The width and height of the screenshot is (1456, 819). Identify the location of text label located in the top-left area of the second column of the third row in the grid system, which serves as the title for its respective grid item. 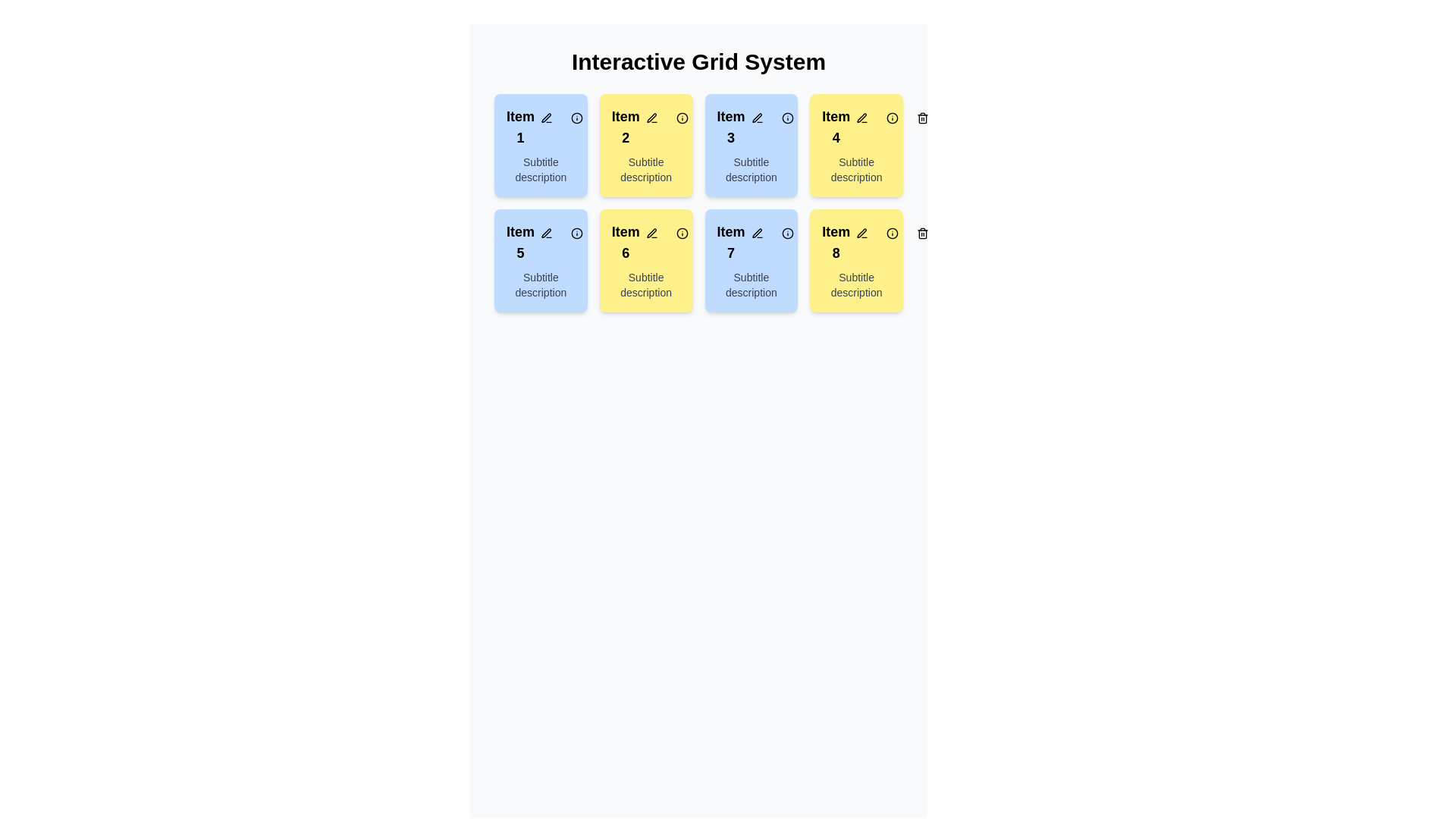
(731, 242).